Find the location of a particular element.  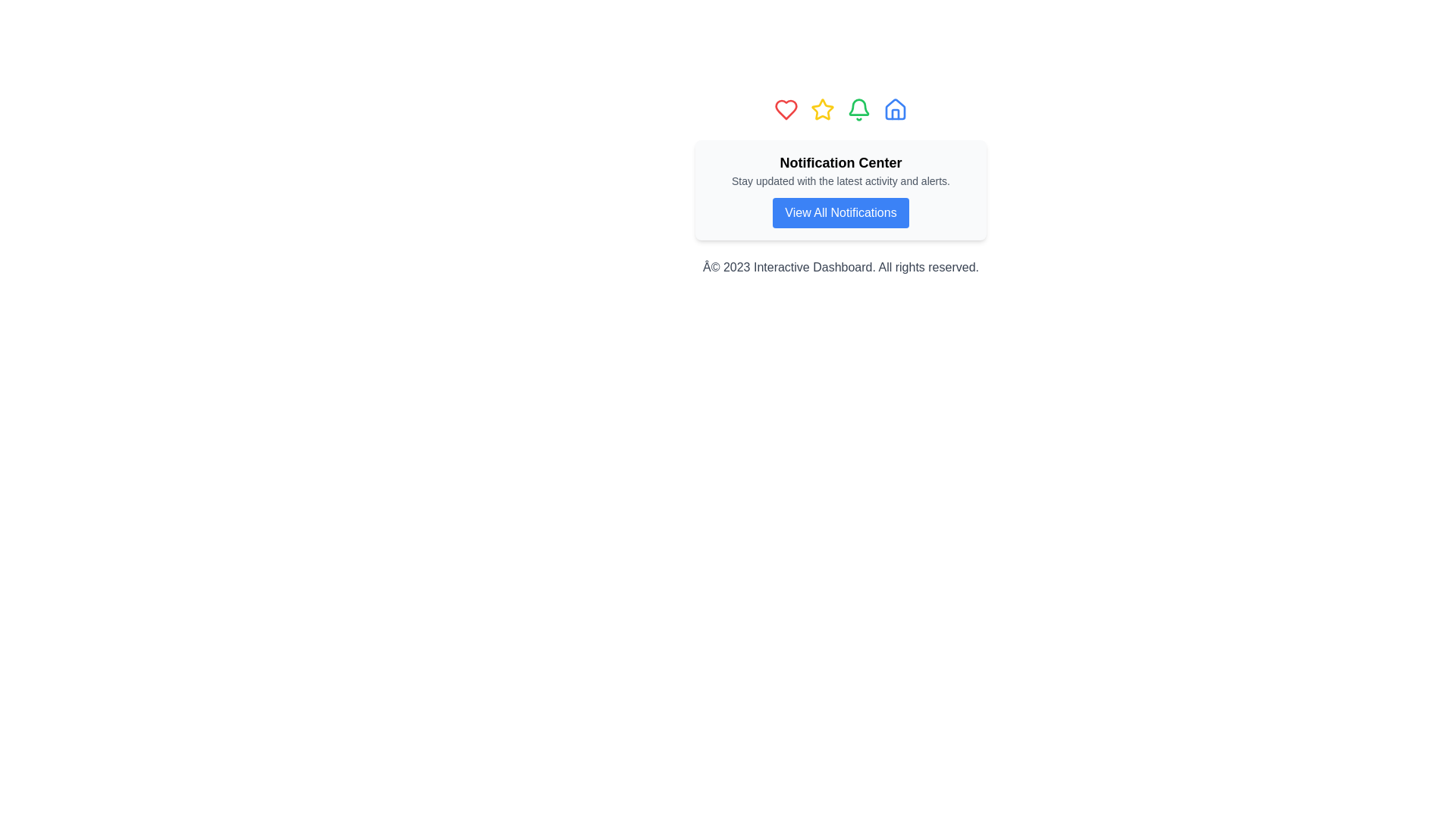

the notification icon (SVG graphic of a bell) located in the navigation bar, positioned between the star icon and the house icon is located at coordinates (858, 106).